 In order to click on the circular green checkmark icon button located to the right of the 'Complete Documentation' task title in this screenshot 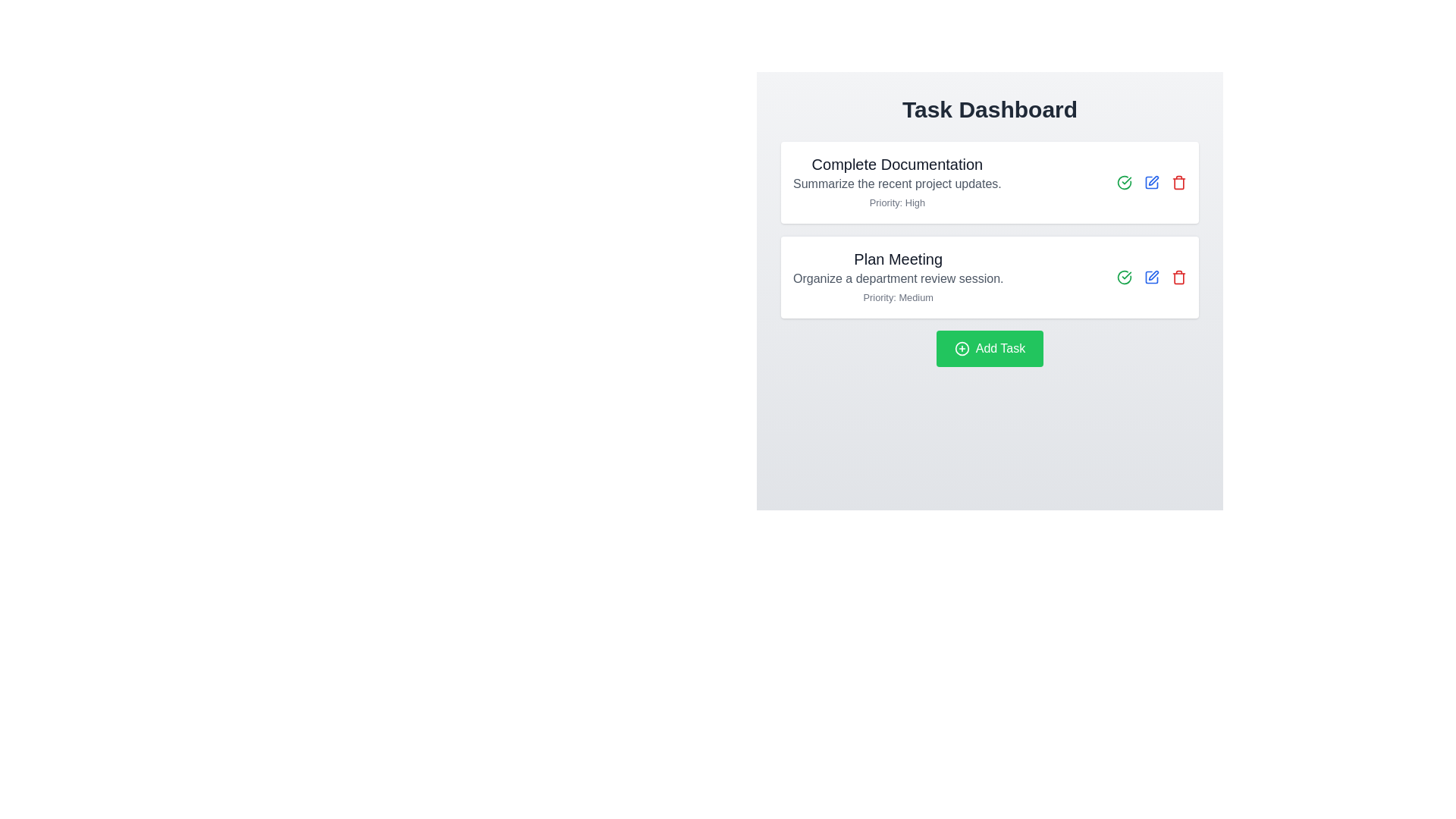, I will do `click(1125, 278)`.